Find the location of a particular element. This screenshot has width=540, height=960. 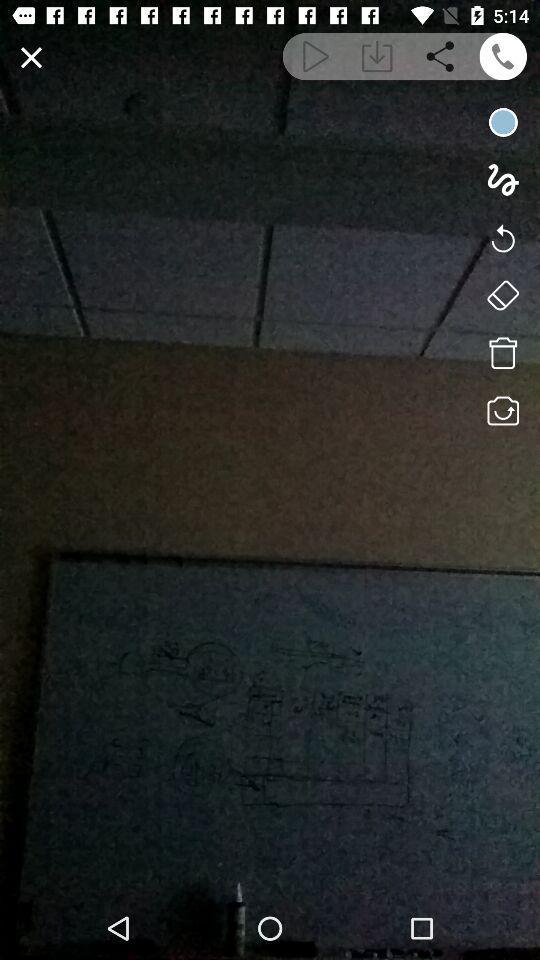

the refresh icon is located at coordinates (502, 237).